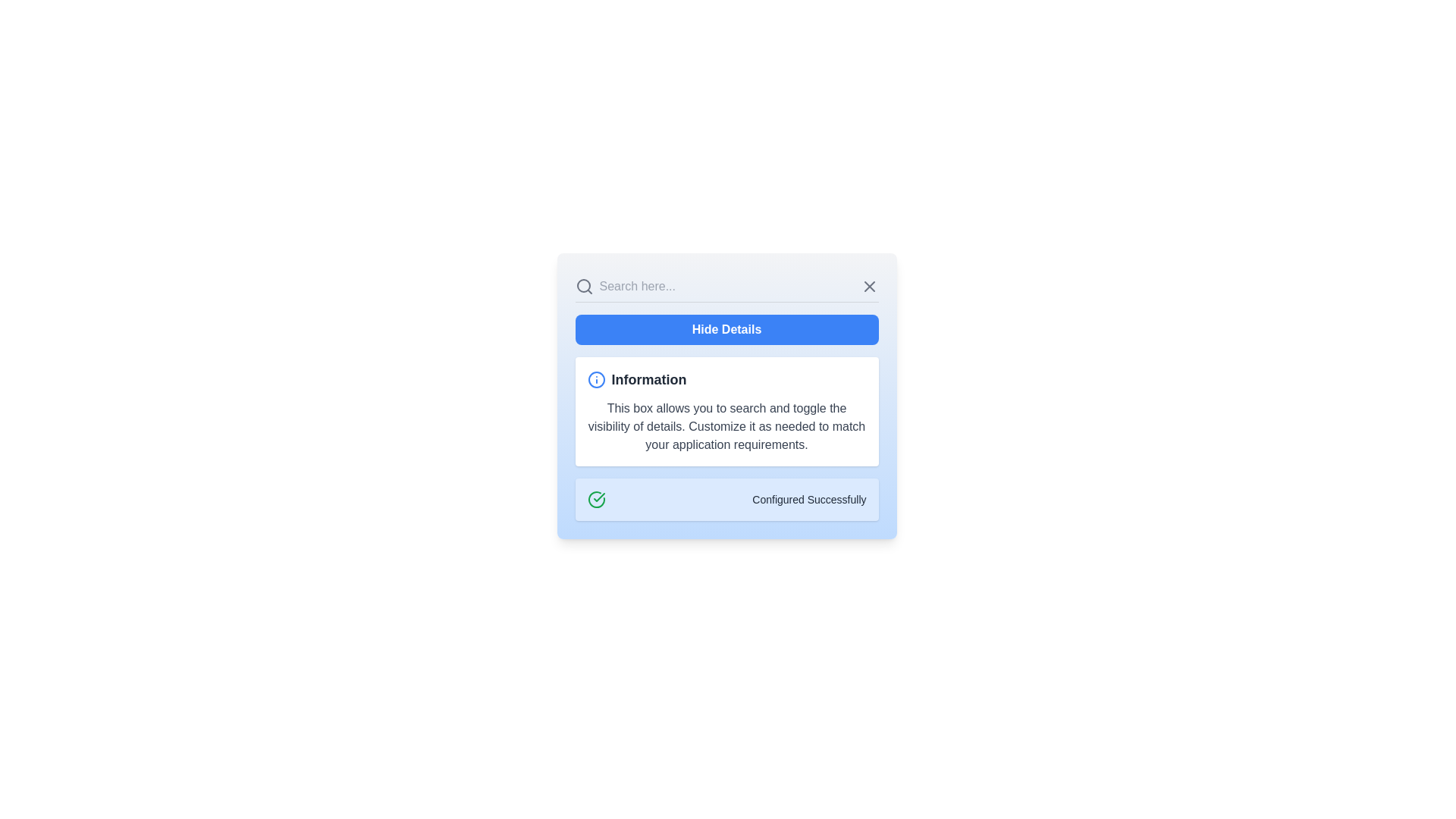  I want to click on the status icon indicating a successfully completed action, located to the left of the text 'Configured Successfully' in the blue notification box, so click(595, 500).